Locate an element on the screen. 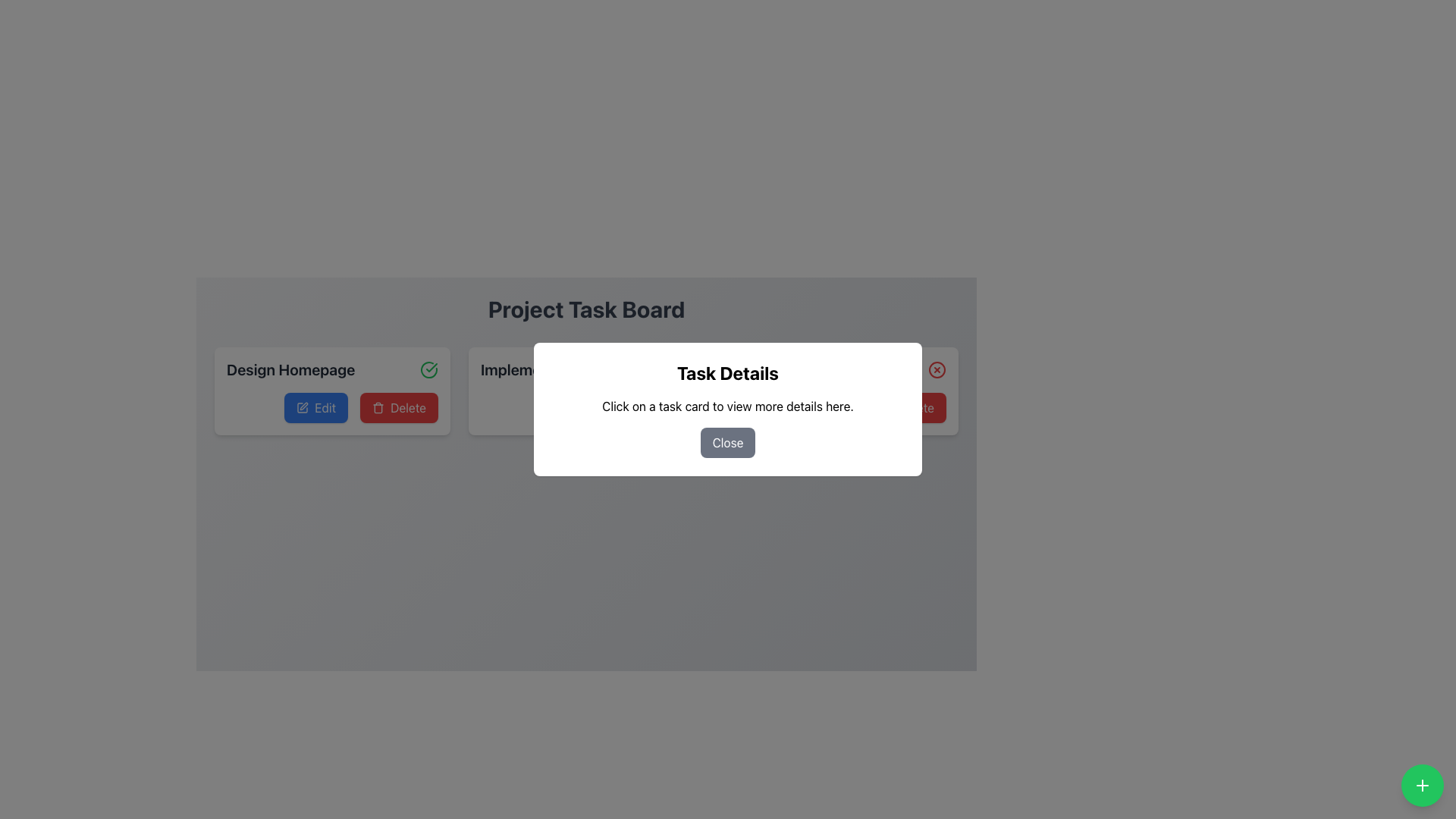  the icon within the 'Edit' button on the 'Design Homepage' task card is located at coordinates (303, 406).